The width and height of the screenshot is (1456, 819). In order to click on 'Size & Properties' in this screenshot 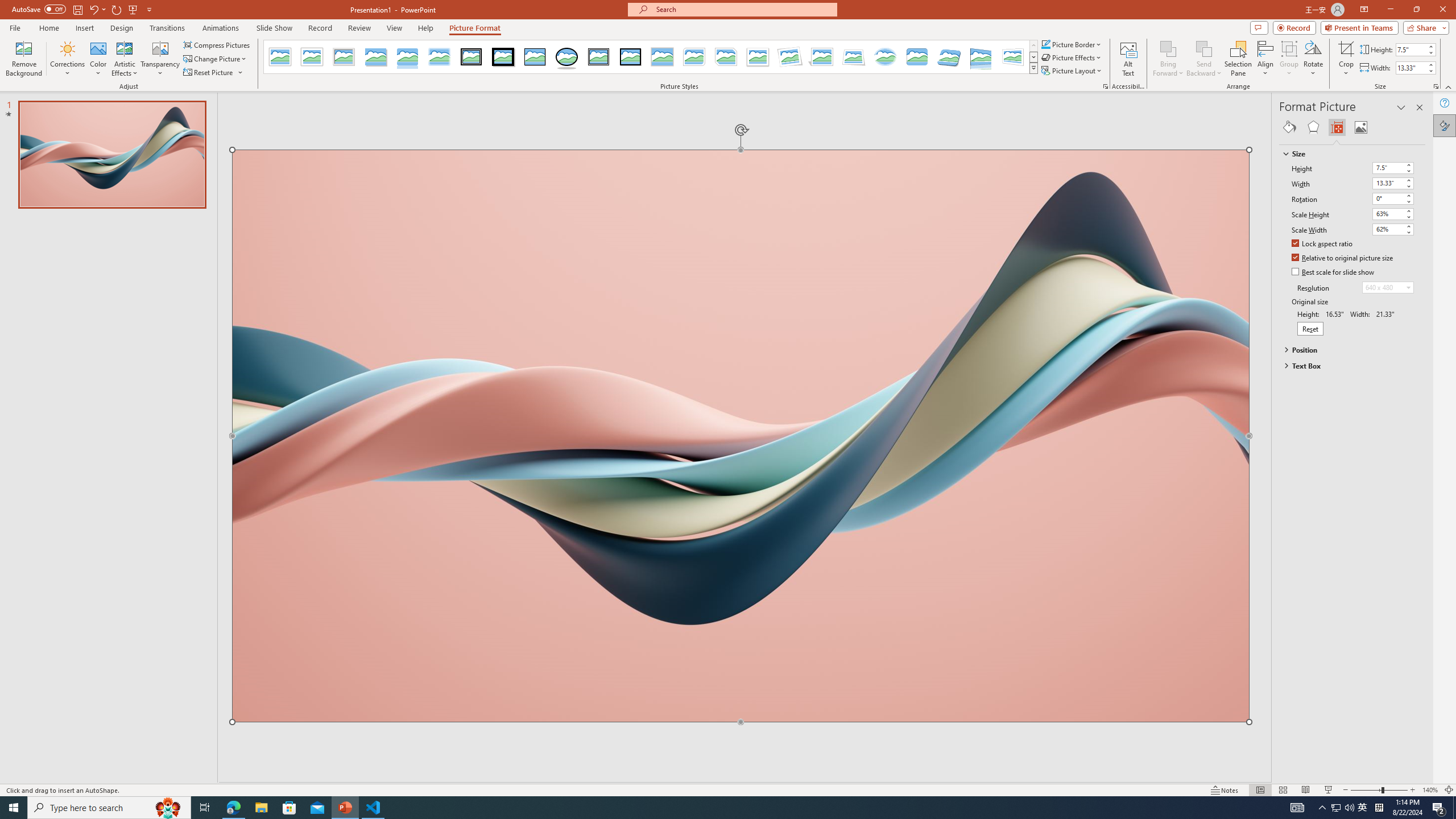, I will do `click(1337, 126)`.